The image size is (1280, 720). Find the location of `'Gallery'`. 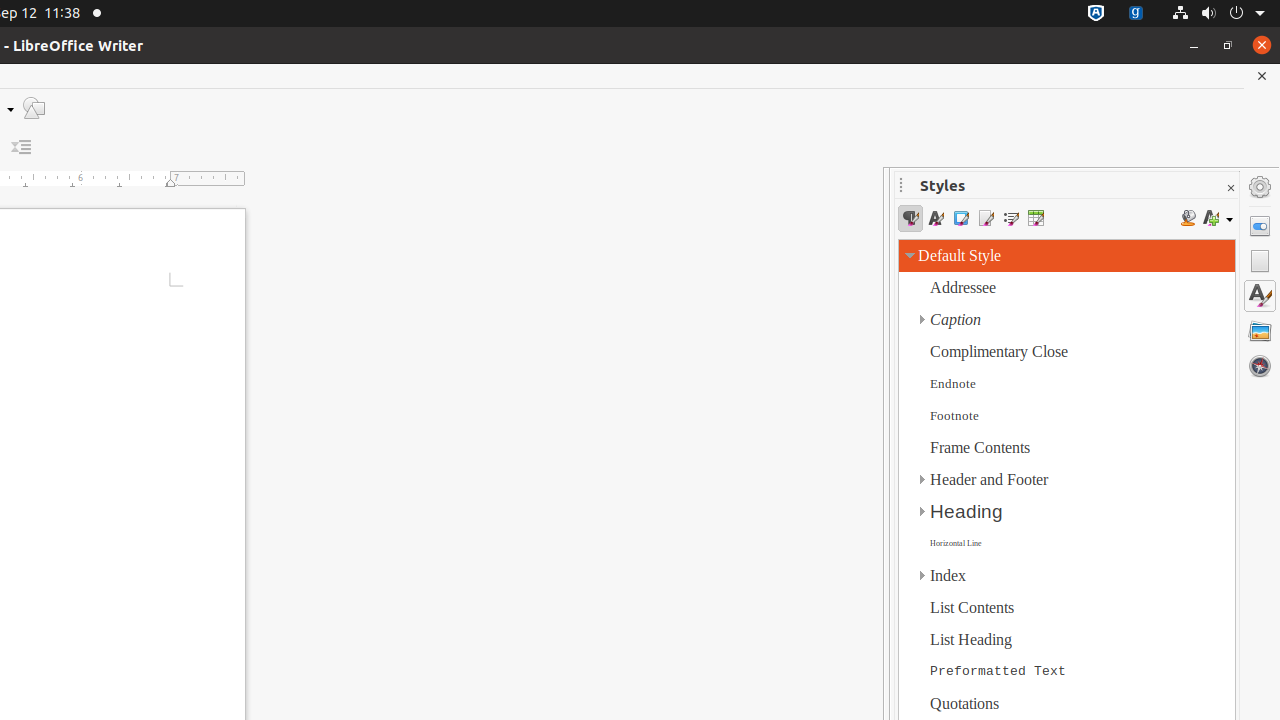

'Gallery' is located at coordinates (1259, 329).